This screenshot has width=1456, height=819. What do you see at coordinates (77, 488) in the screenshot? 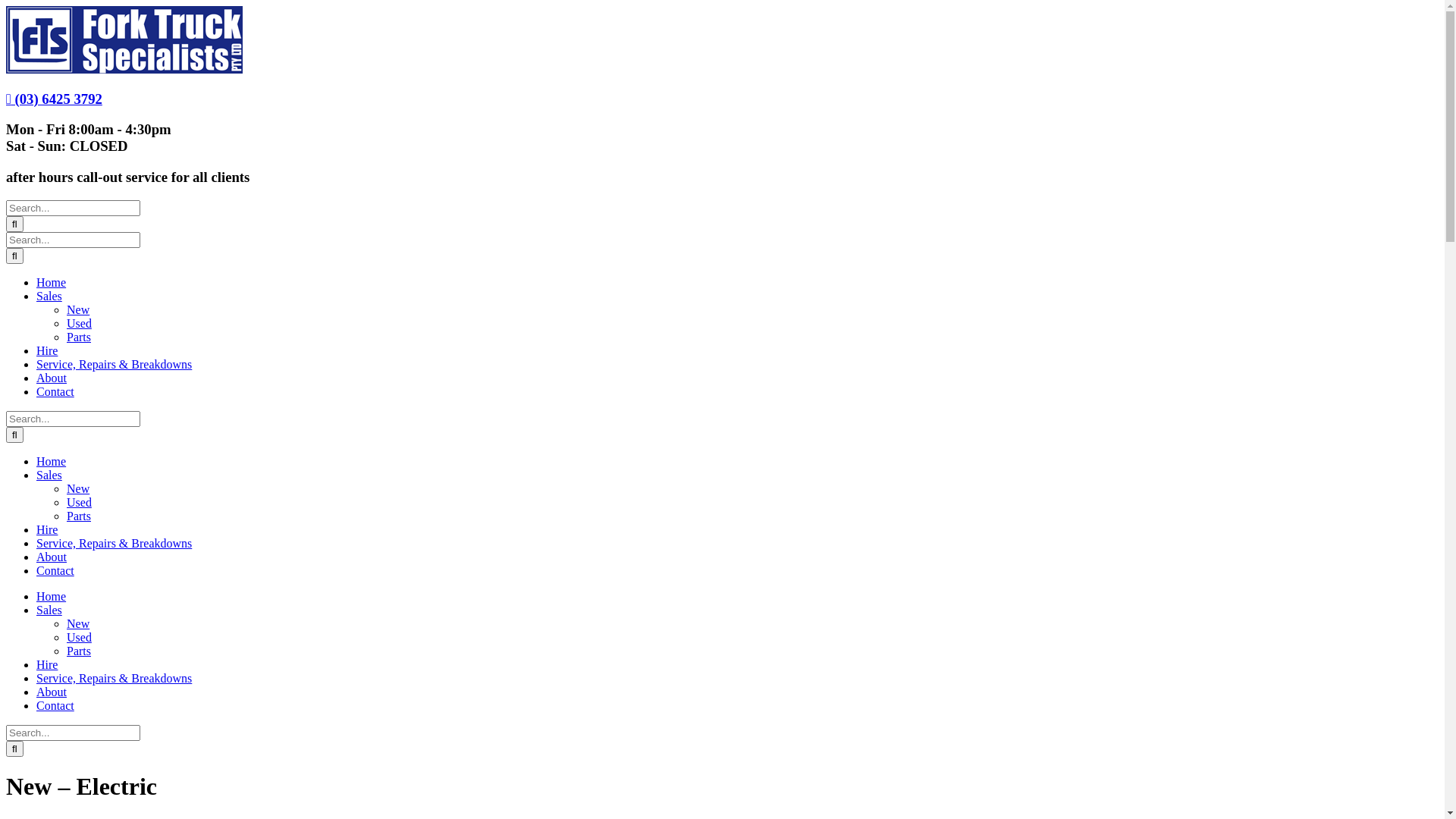
I see `'New'` at bounding box center [77, 488].